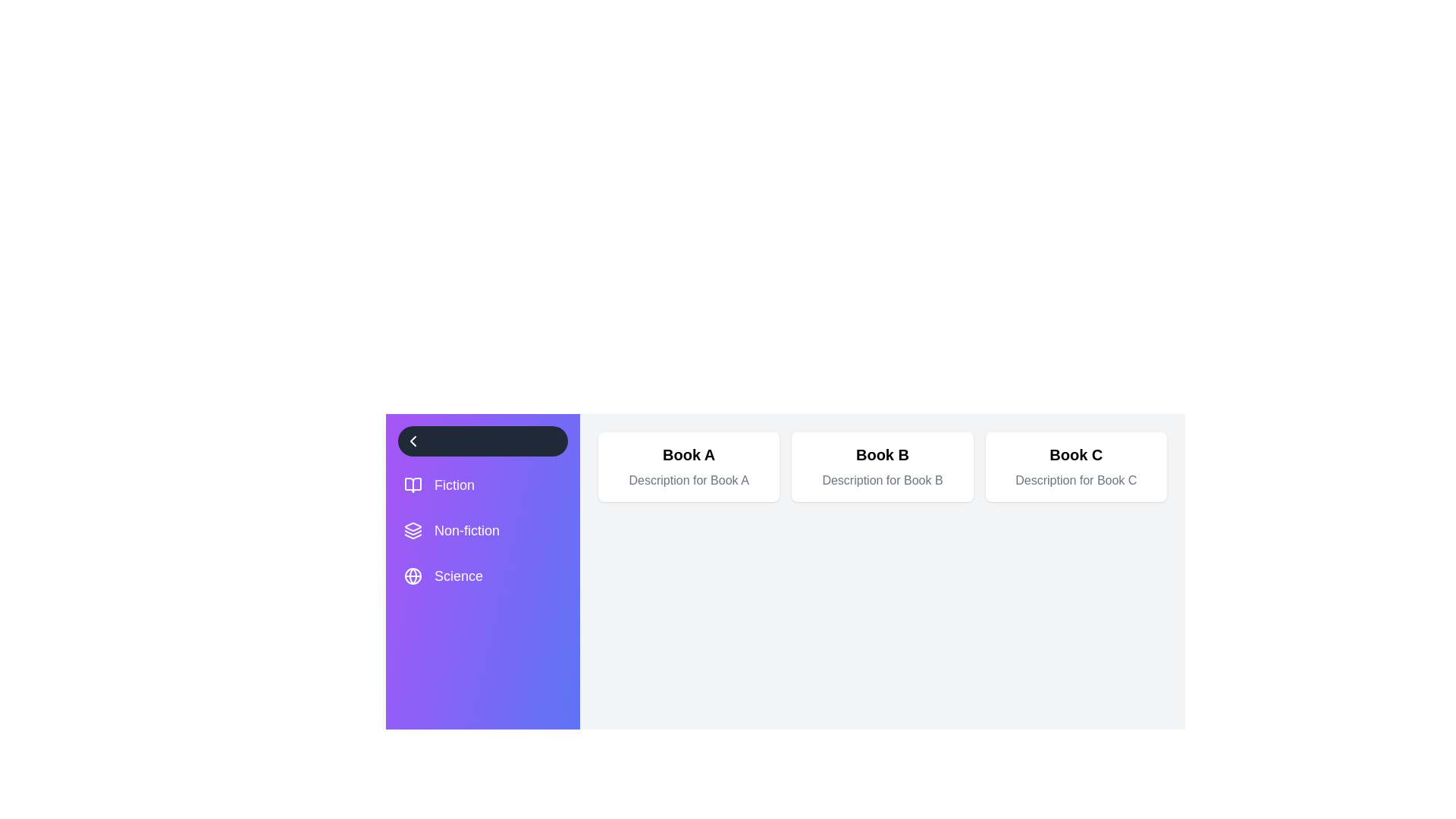 This screenshot has width=1456, height=819. Describe the element at coordinates (482, 485) in the screenshot. I see `the category Fiction to select it` at that location.